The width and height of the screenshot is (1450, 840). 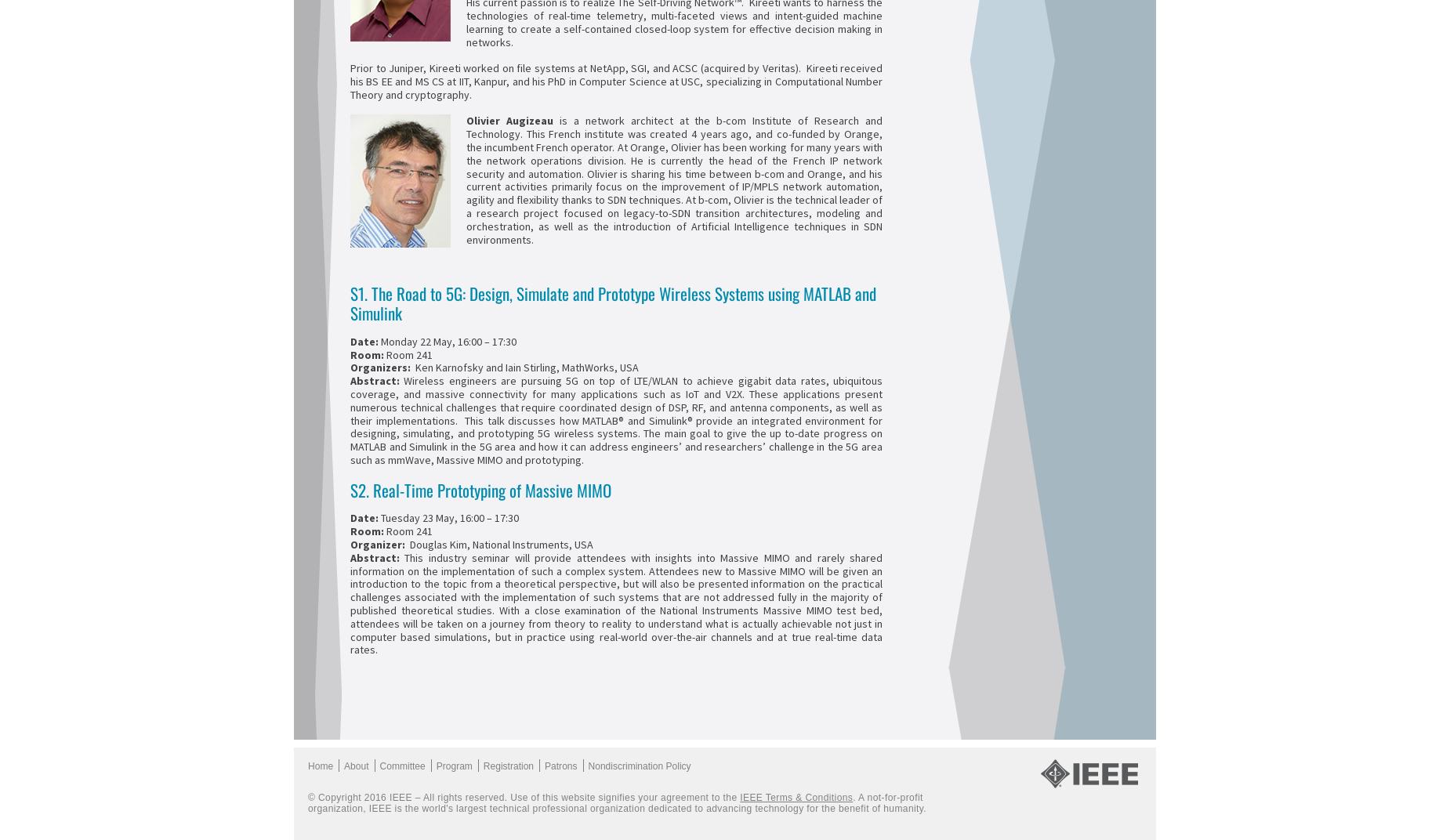 I want to click on 'Wireless engineers are pursuing 5G on top of LTE/WLAN to achieve gigabit data rates, ubiquitous coverage, and massive connectivity for many applications such as IoT and V2X. These applications present numerous technical challenges that require coordinated design of DSP, RF, and antenna components, as well as their implementations.  This talk discusses how MATLAB® and Simulink® provide an integrated environment for designing, simulating, and prototyping 5G wireless systems. The main goal to give the up to-date progress on MATLAB and Simulink in the 5G area and how it can address engineers’ and researchers’ challenge in the 5G area such as mmWave, Massive MIMO and prototyping.', so click(x=616, y=420).